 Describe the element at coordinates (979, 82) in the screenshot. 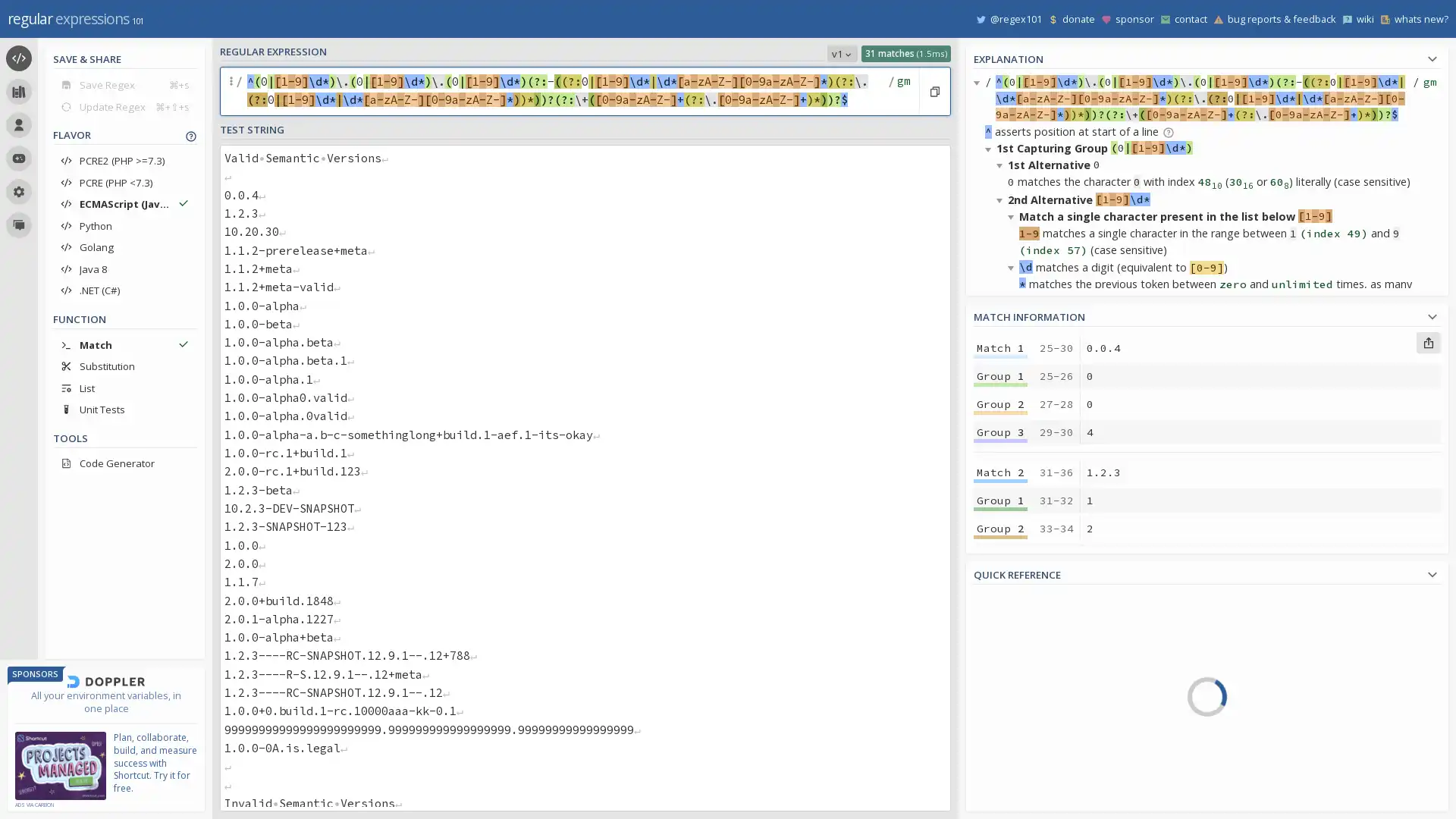

I see `Collapse Subtree` at that location.